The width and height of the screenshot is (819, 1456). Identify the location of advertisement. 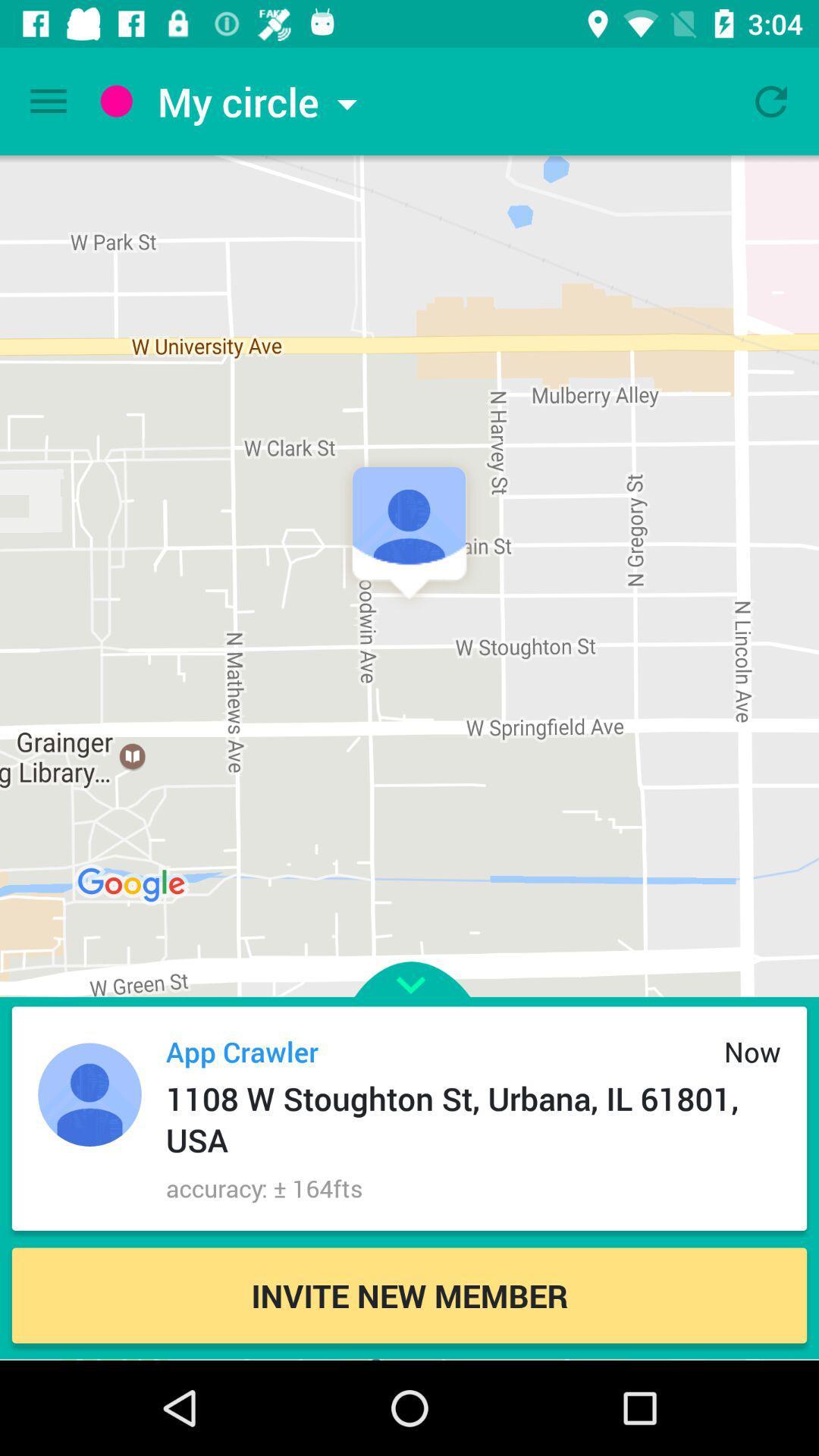
(409, 956).